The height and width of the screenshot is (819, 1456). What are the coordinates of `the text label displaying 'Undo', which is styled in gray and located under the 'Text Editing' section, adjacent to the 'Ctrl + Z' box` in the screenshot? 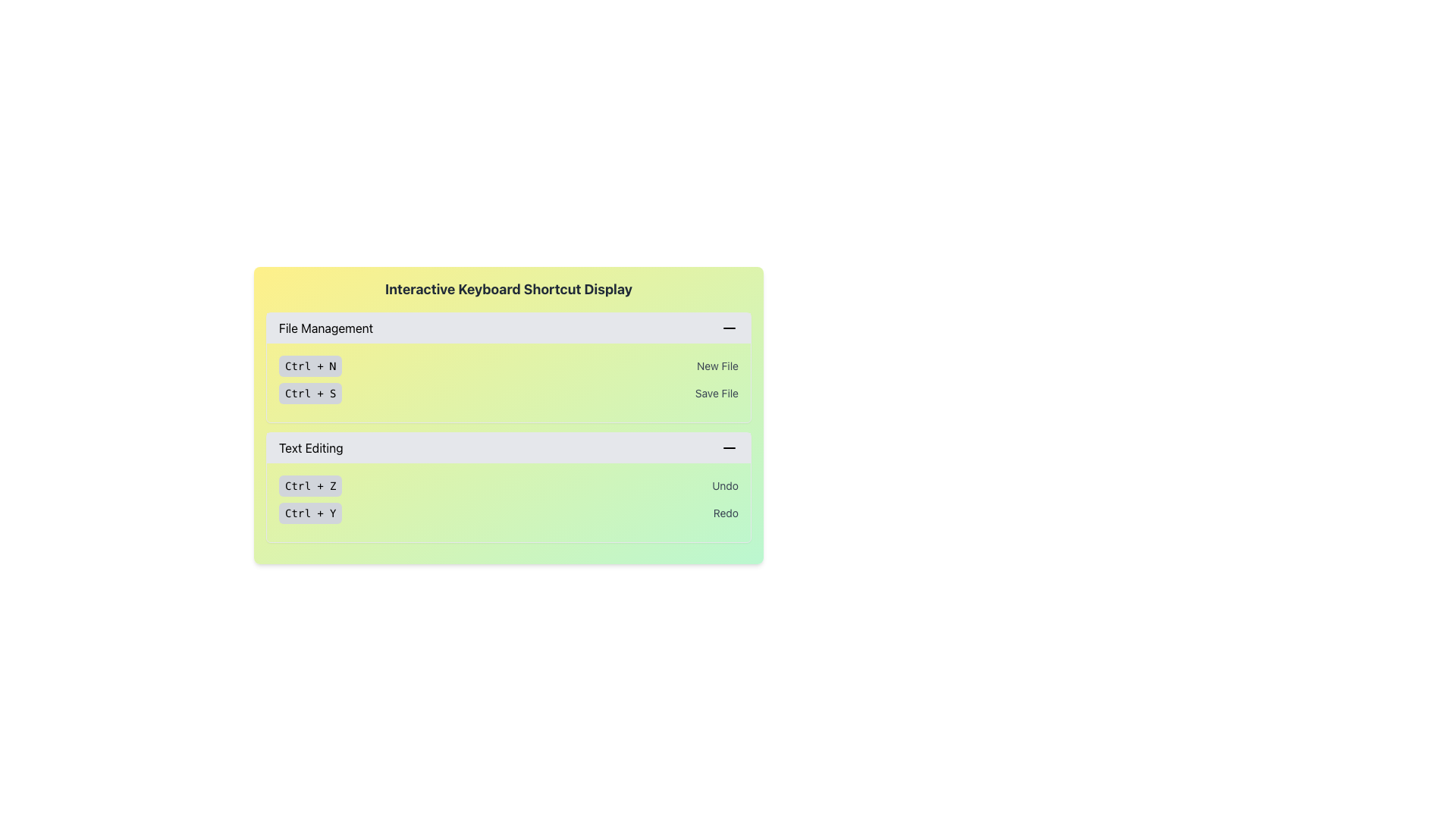 It's located at (724, 485).